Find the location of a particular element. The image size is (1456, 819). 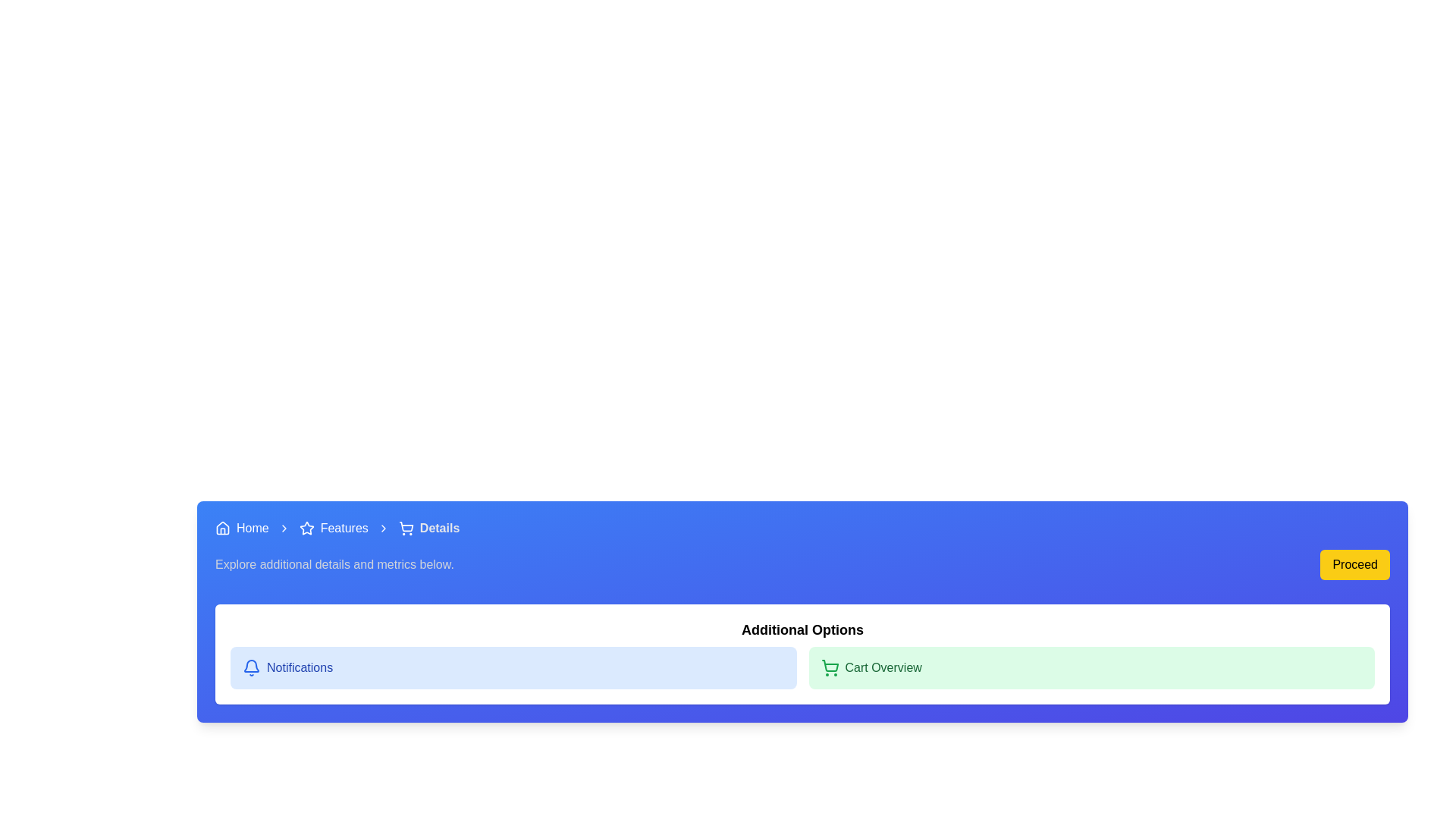

the text label located on the navigation bar towards the right, positioned after the shopping-cart icon, and is the last item in its group is located at coordinates (439, 528).